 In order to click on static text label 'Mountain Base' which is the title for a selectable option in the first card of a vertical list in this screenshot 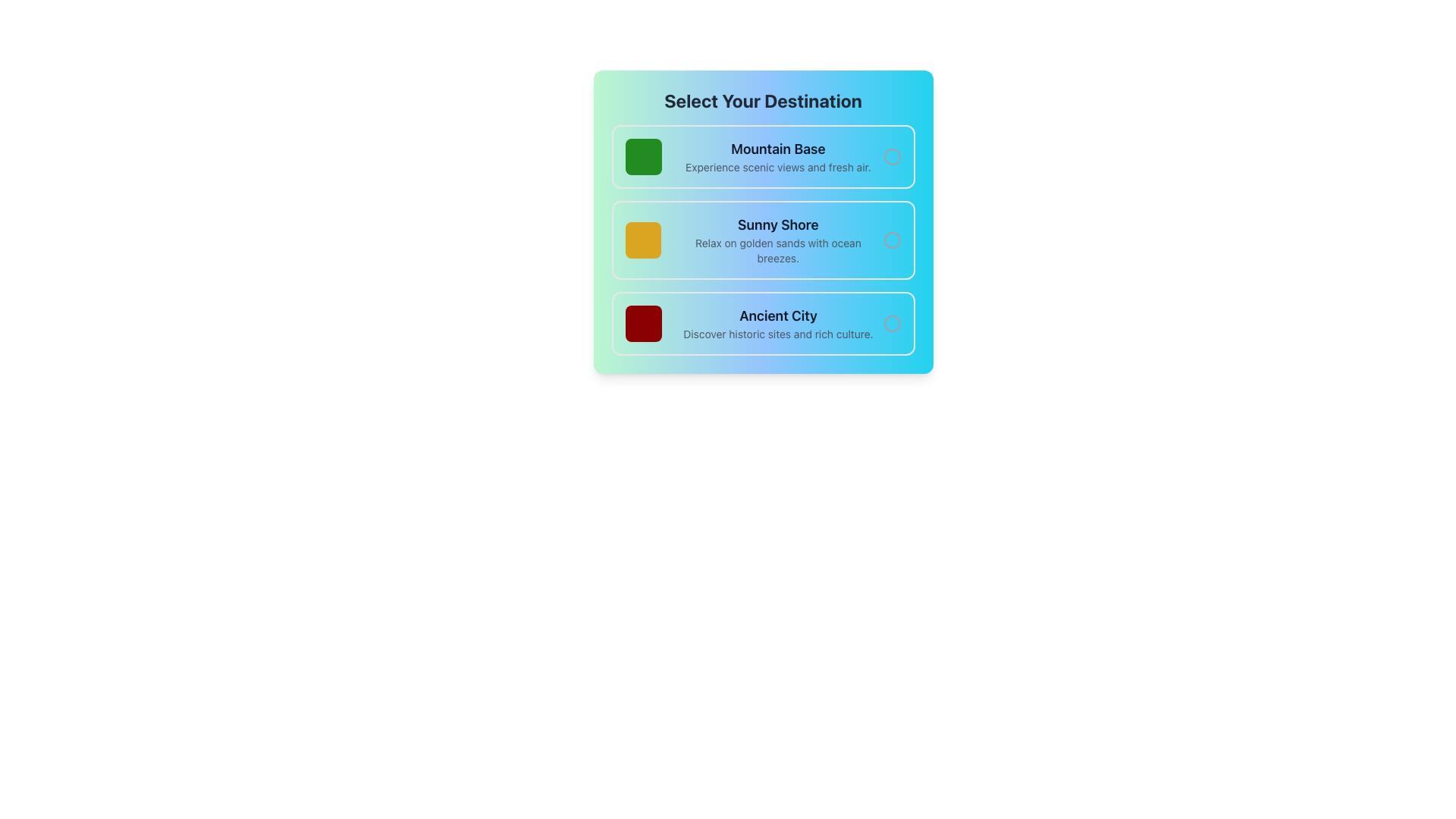, I will do `click(778, 149)`.